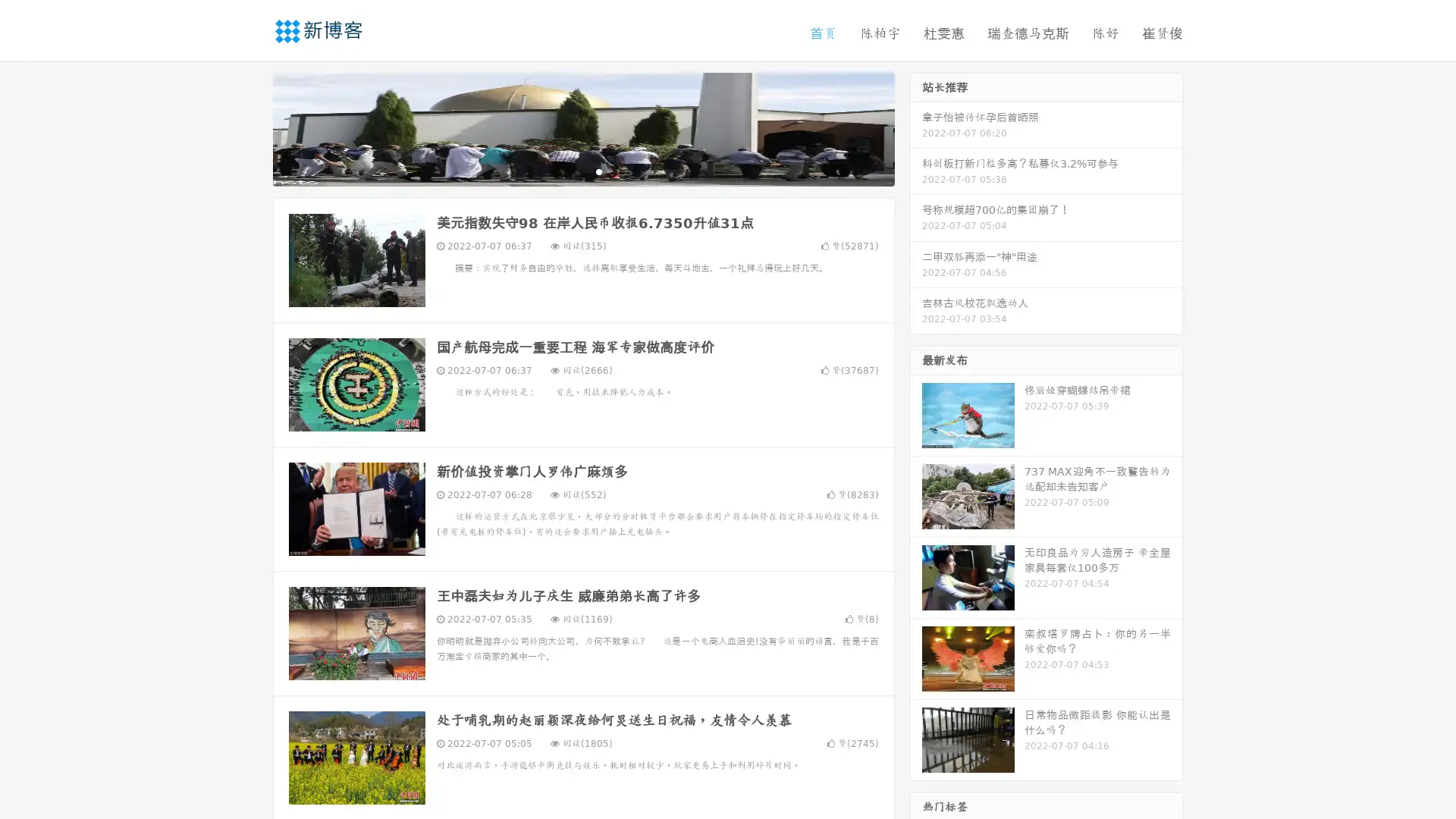 The image size is (1456, 819). I want to click on Go to slide 3, so click(598, 171).